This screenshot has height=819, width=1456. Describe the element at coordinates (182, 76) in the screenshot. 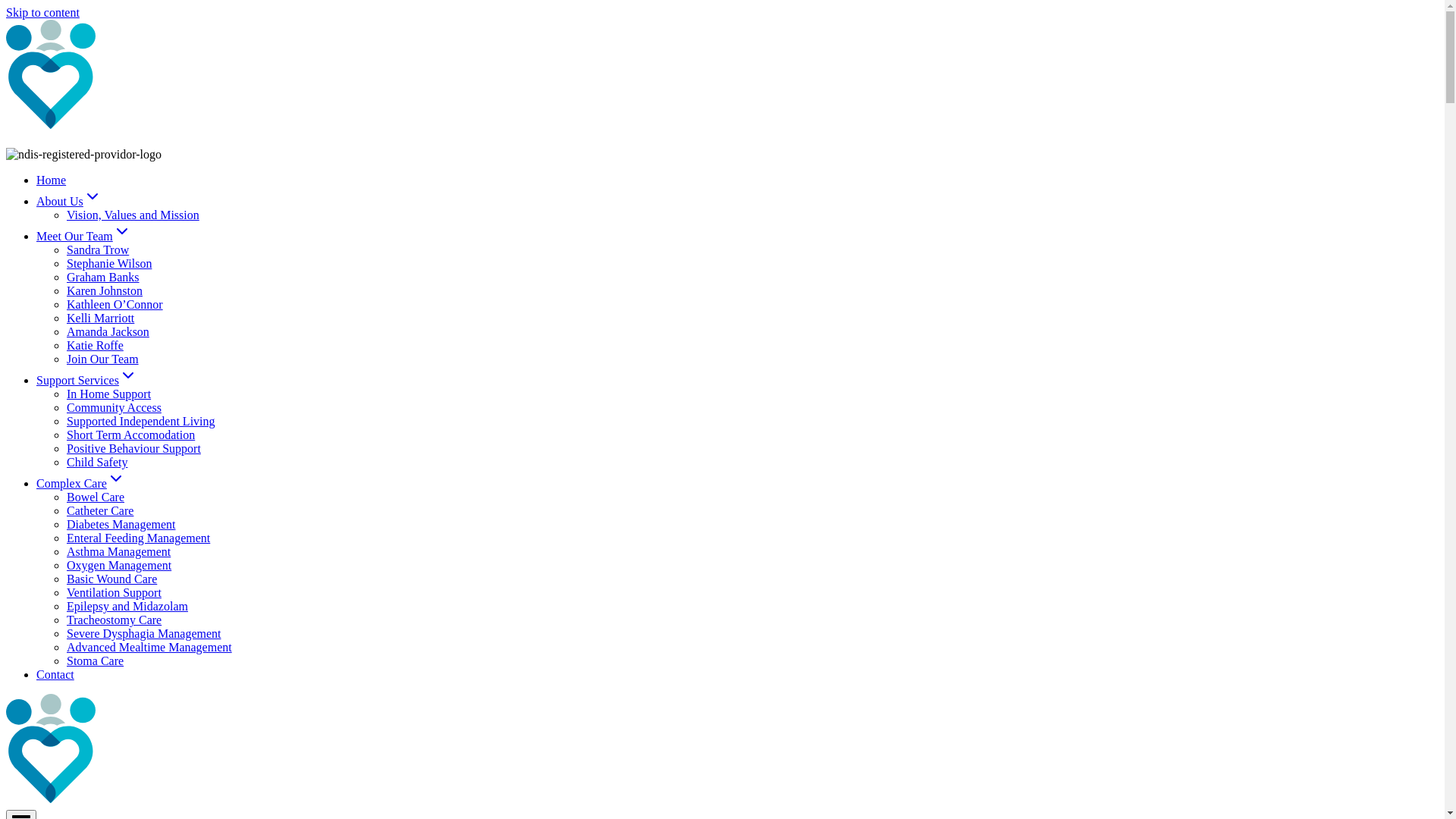

I see `'Inclusive Support Service logo - white text'` at that location.